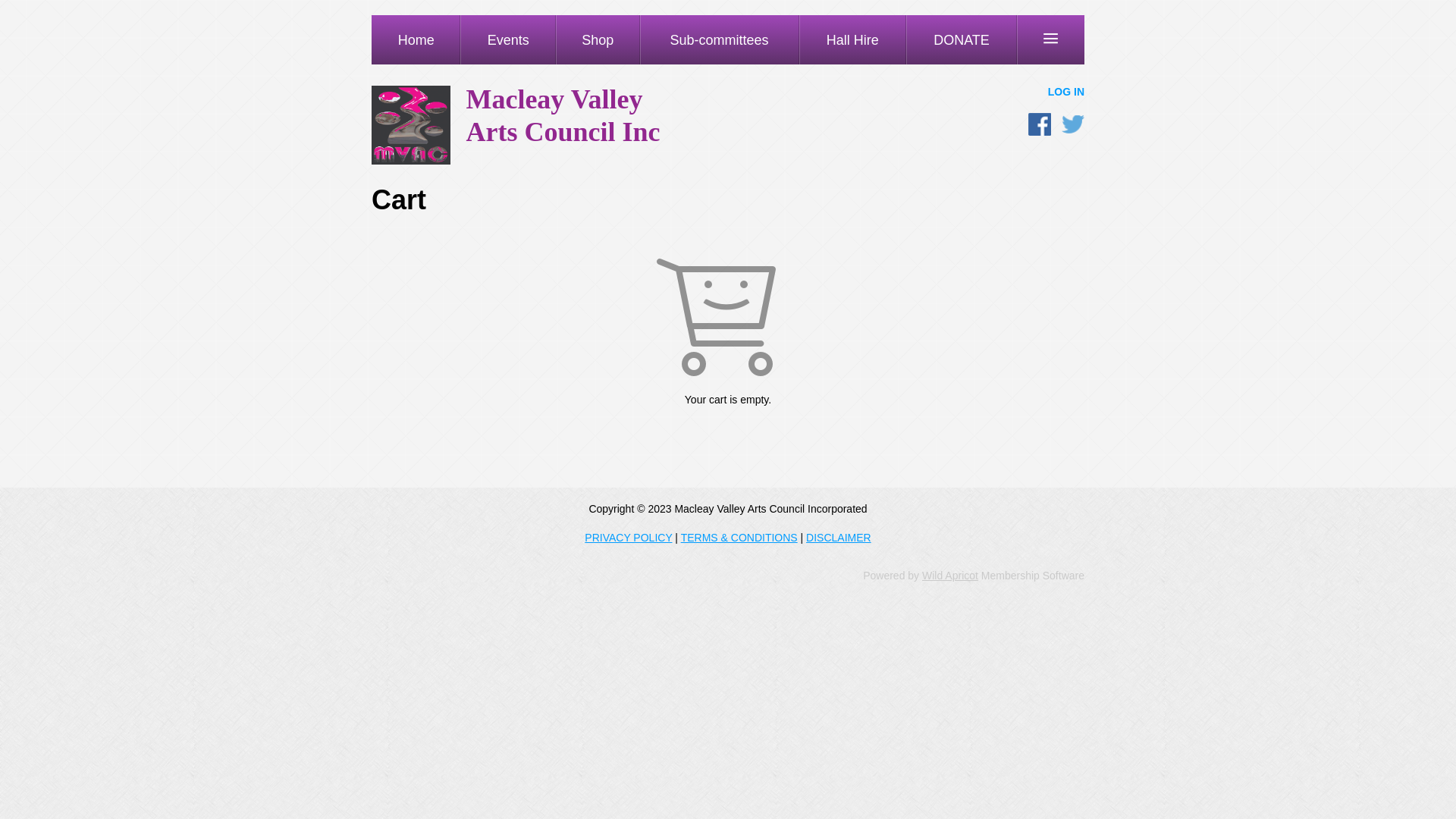  What do you see at coordinates (628, 537) in the screenshot?
I see `'PRIVACY POLICY'` at bounding box center [628, 537].